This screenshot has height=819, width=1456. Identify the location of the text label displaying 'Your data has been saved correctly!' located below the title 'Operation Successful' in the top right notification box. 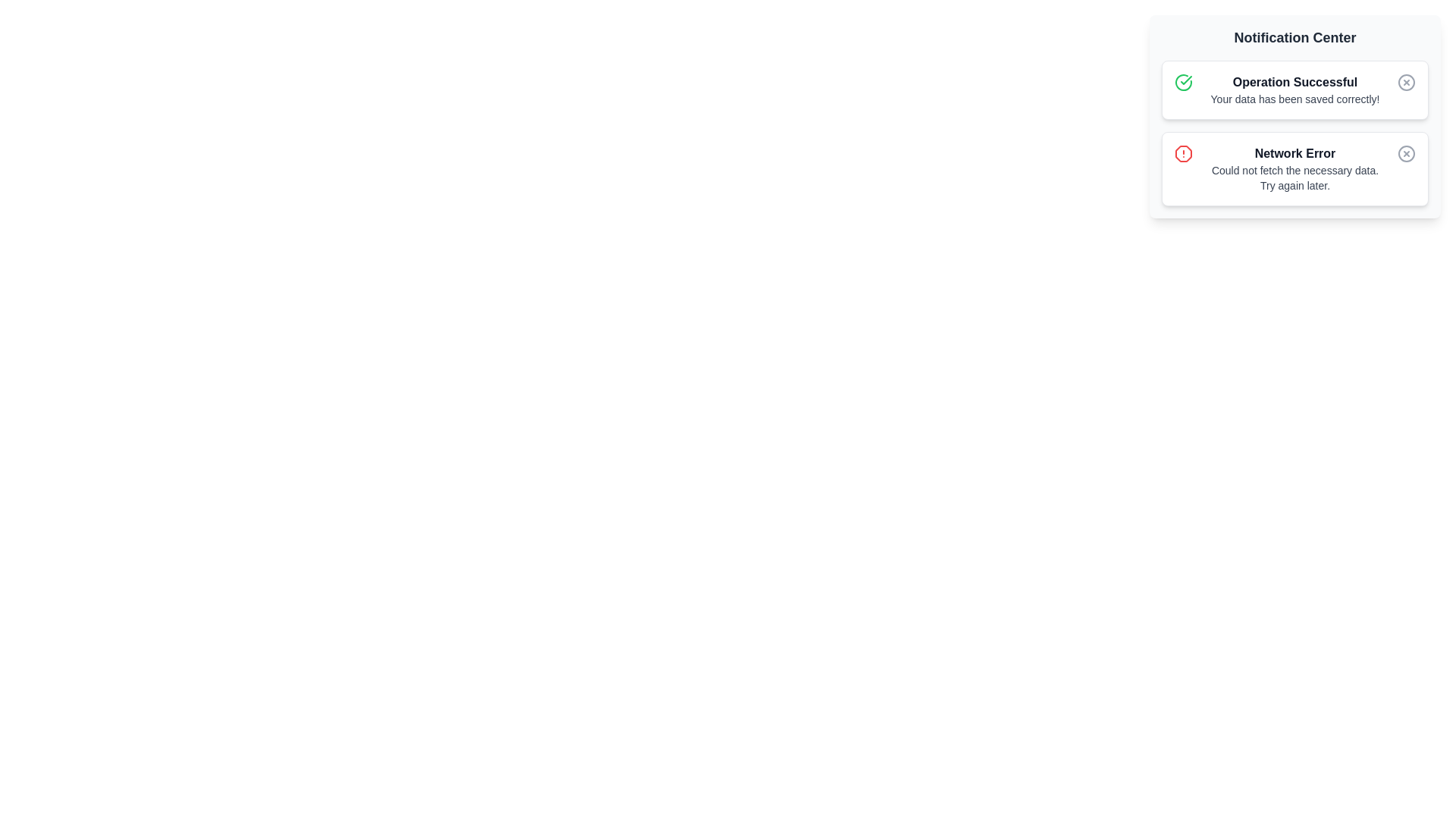
(1294, 99).